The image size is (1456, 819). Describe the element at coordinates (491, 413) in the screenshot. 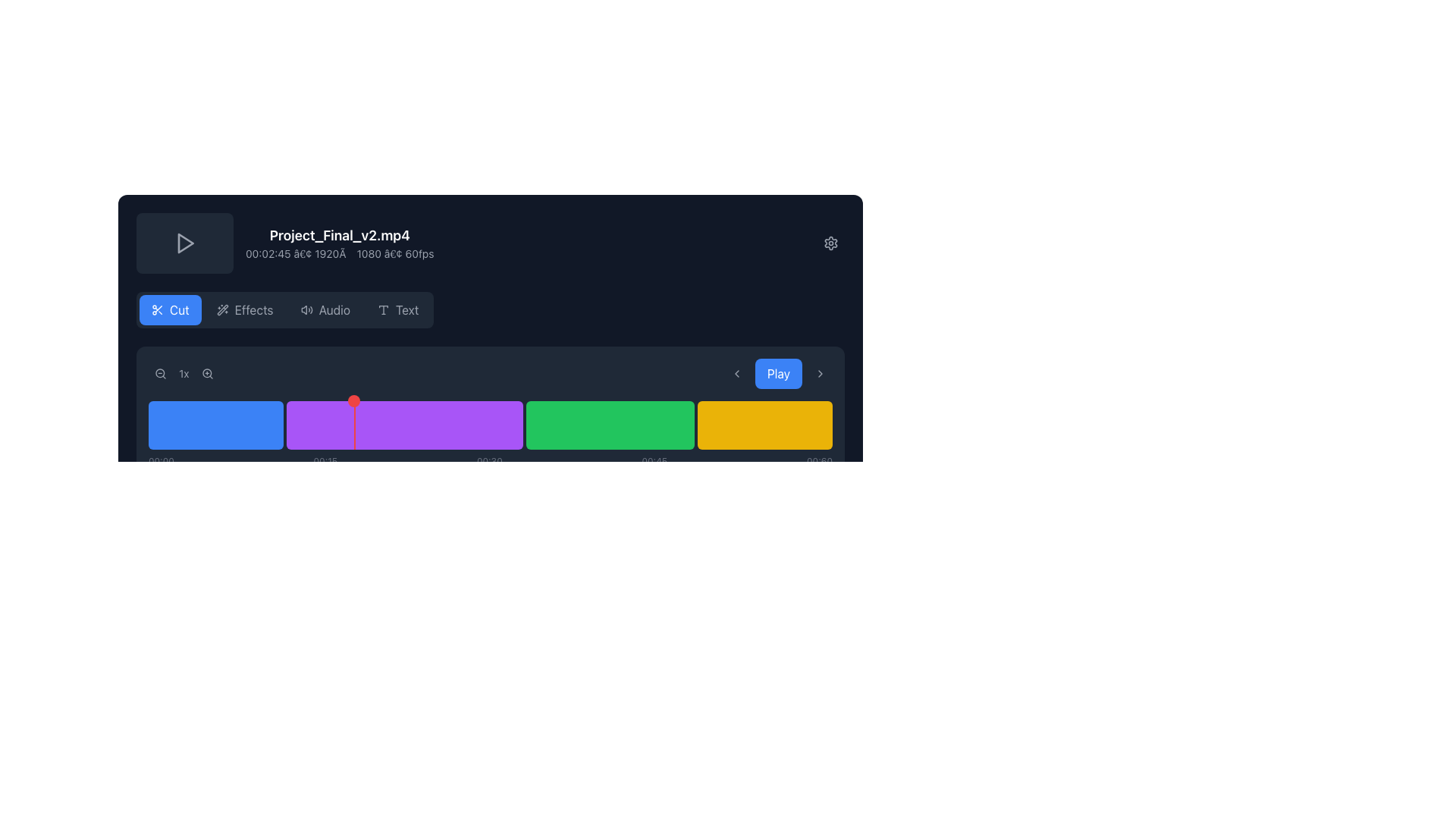

I see `the timeline progress bar with a dark gray background and colored segments` at that location.